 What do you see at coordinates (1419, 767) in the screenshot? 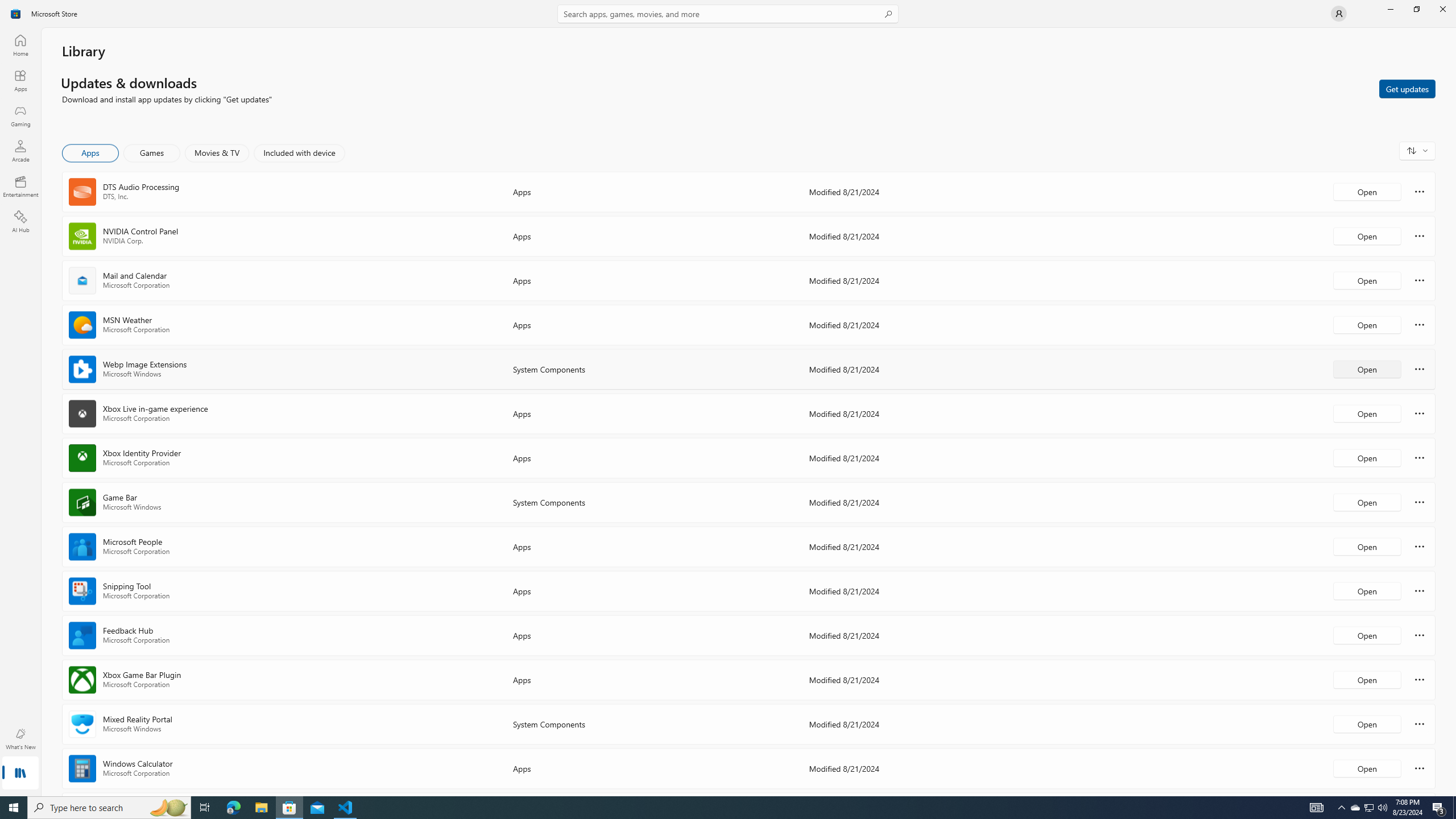
I see `'More options'` at bounding box center [1419, 767].